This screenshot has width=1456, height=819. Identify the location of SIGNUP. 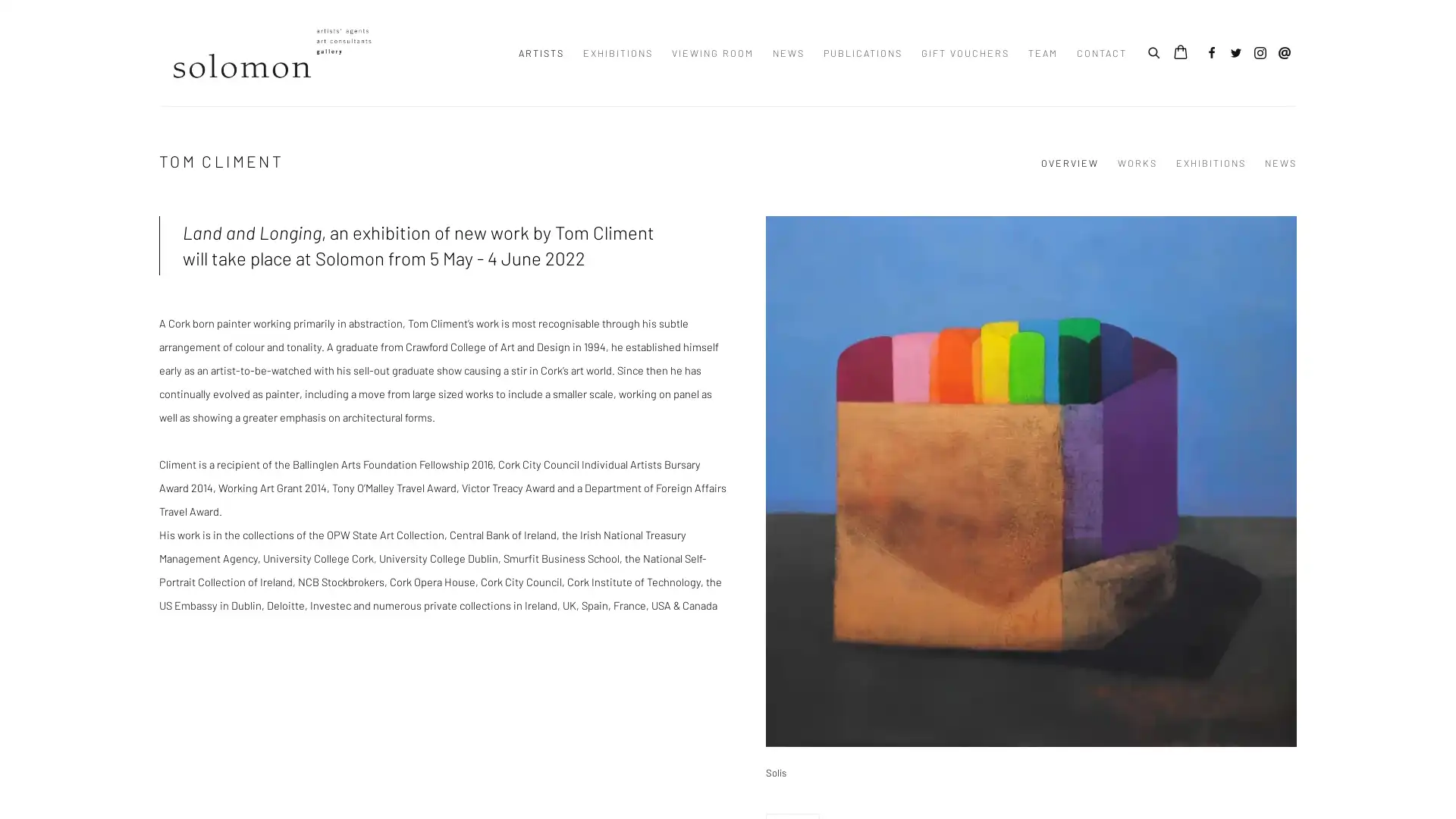
(588, 482).